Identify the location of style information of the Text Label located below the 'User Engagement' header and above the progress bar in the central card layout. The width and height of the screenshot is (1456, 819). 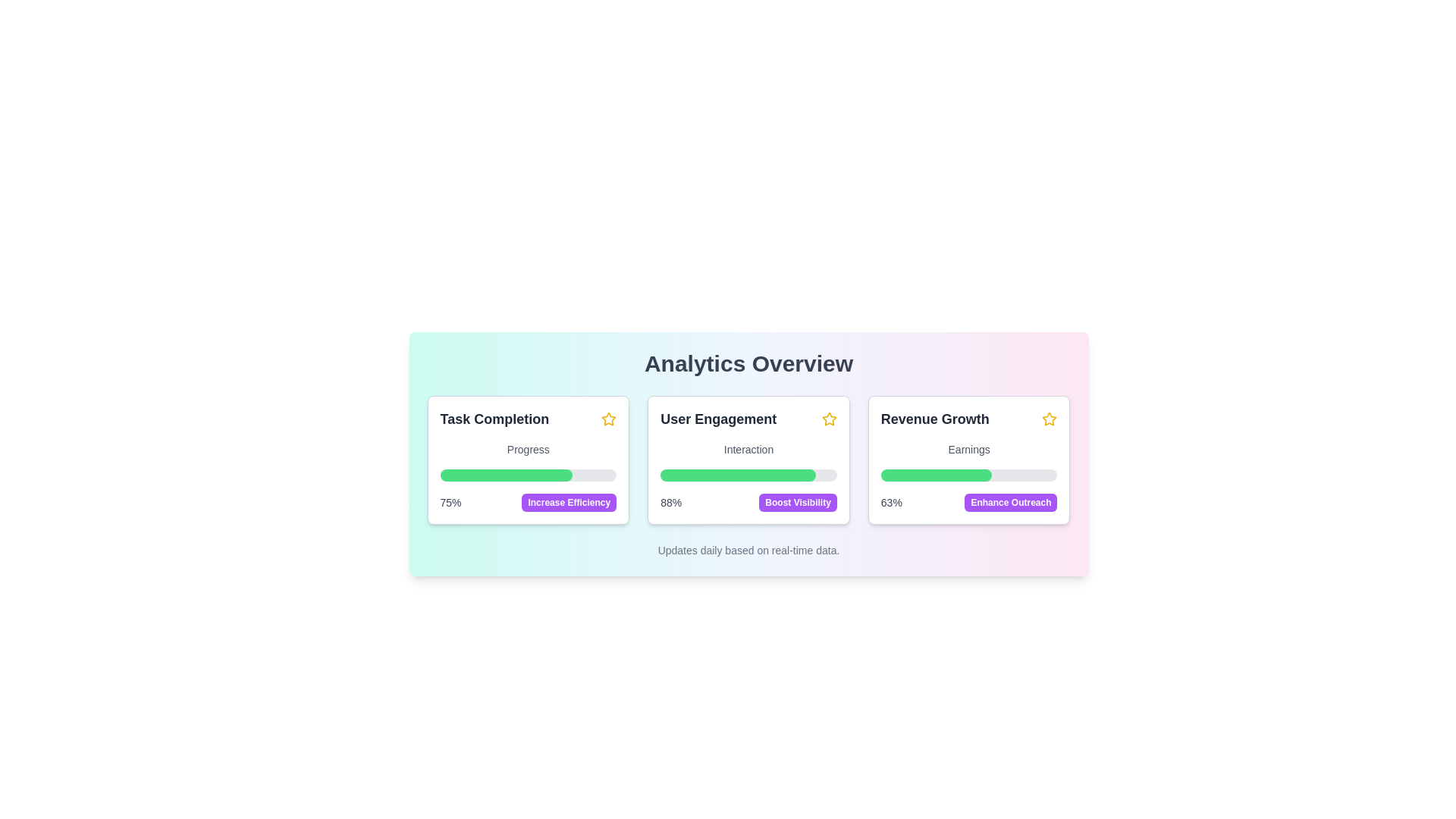
(748, 449).